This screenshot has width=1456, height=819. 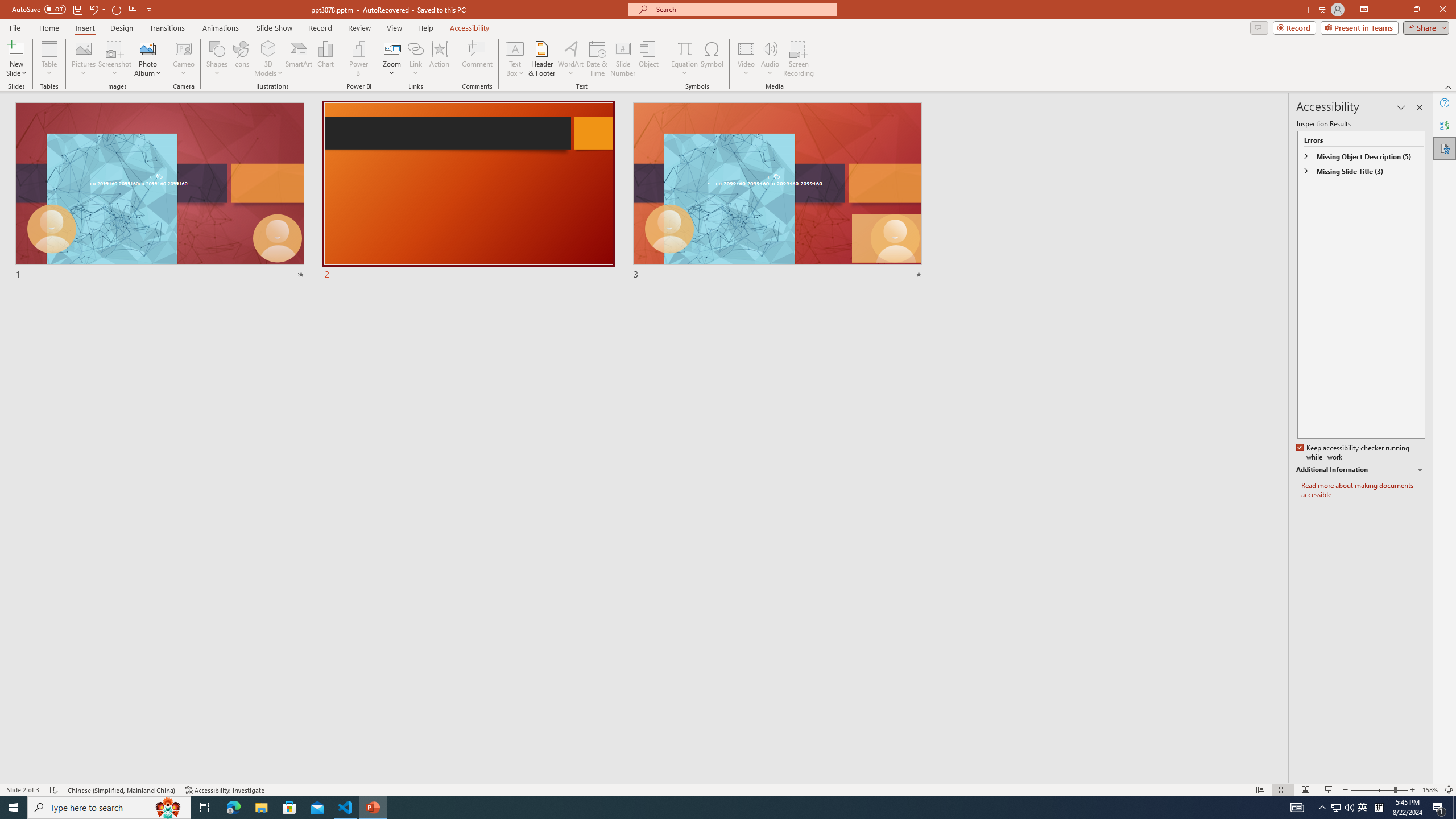 I want to click on 'New Photo Album...', so click(x=147, y=48).